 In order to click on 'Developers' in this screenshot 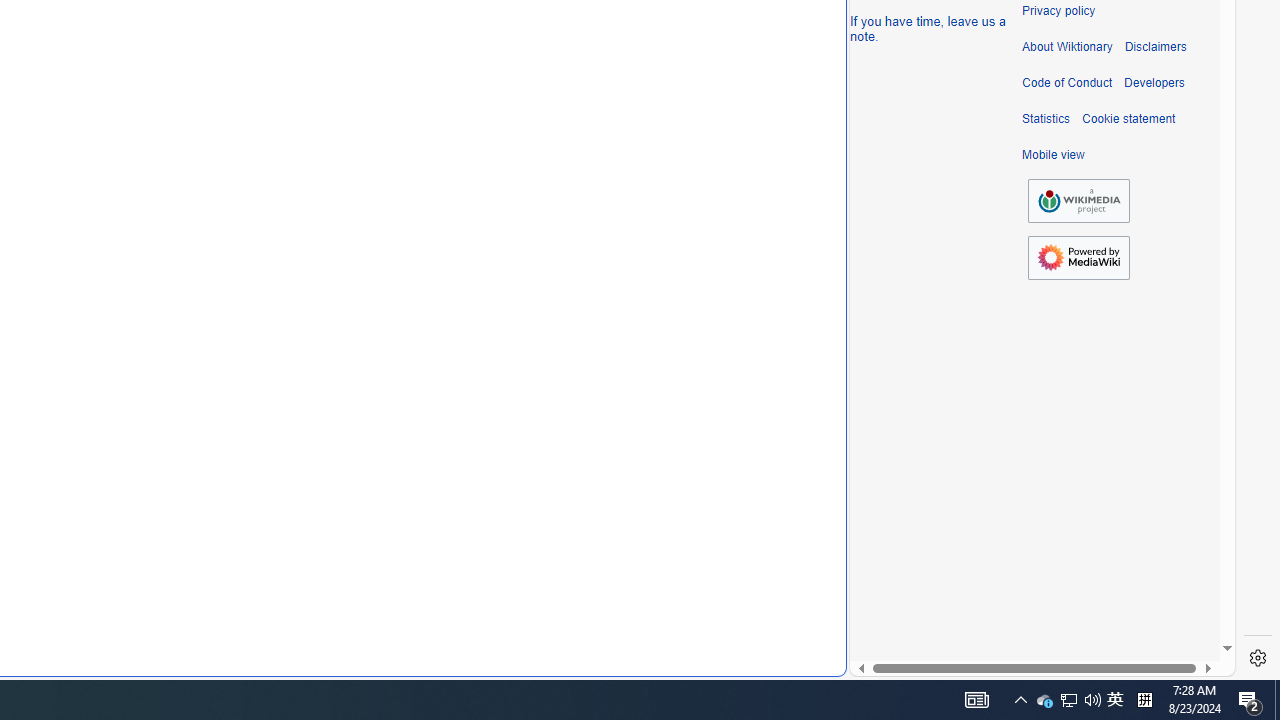, I will do `click(1154, 82)`.